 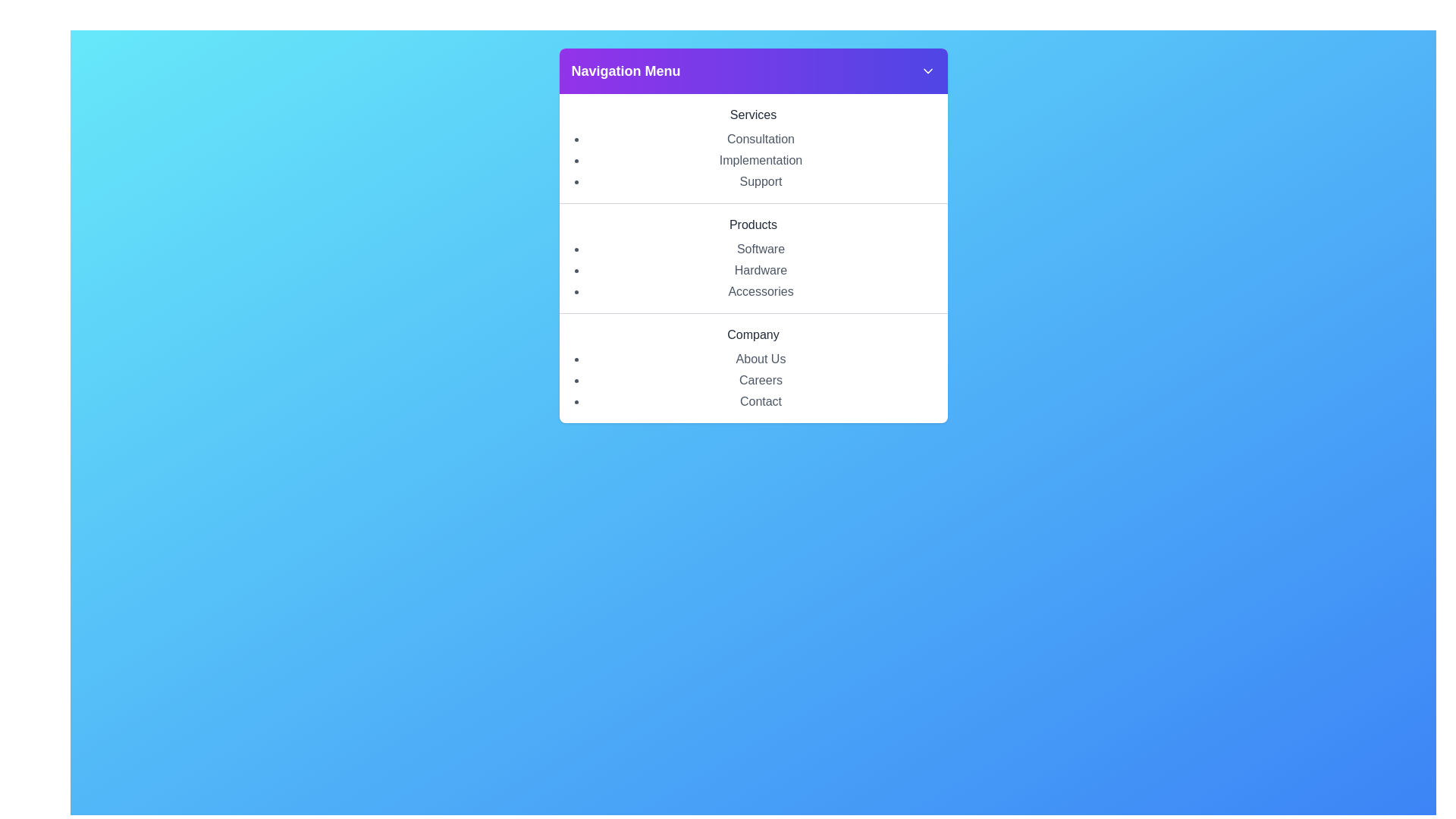 I want to click on the menu option Hardware within the category Products, so click(x=761, y=270).